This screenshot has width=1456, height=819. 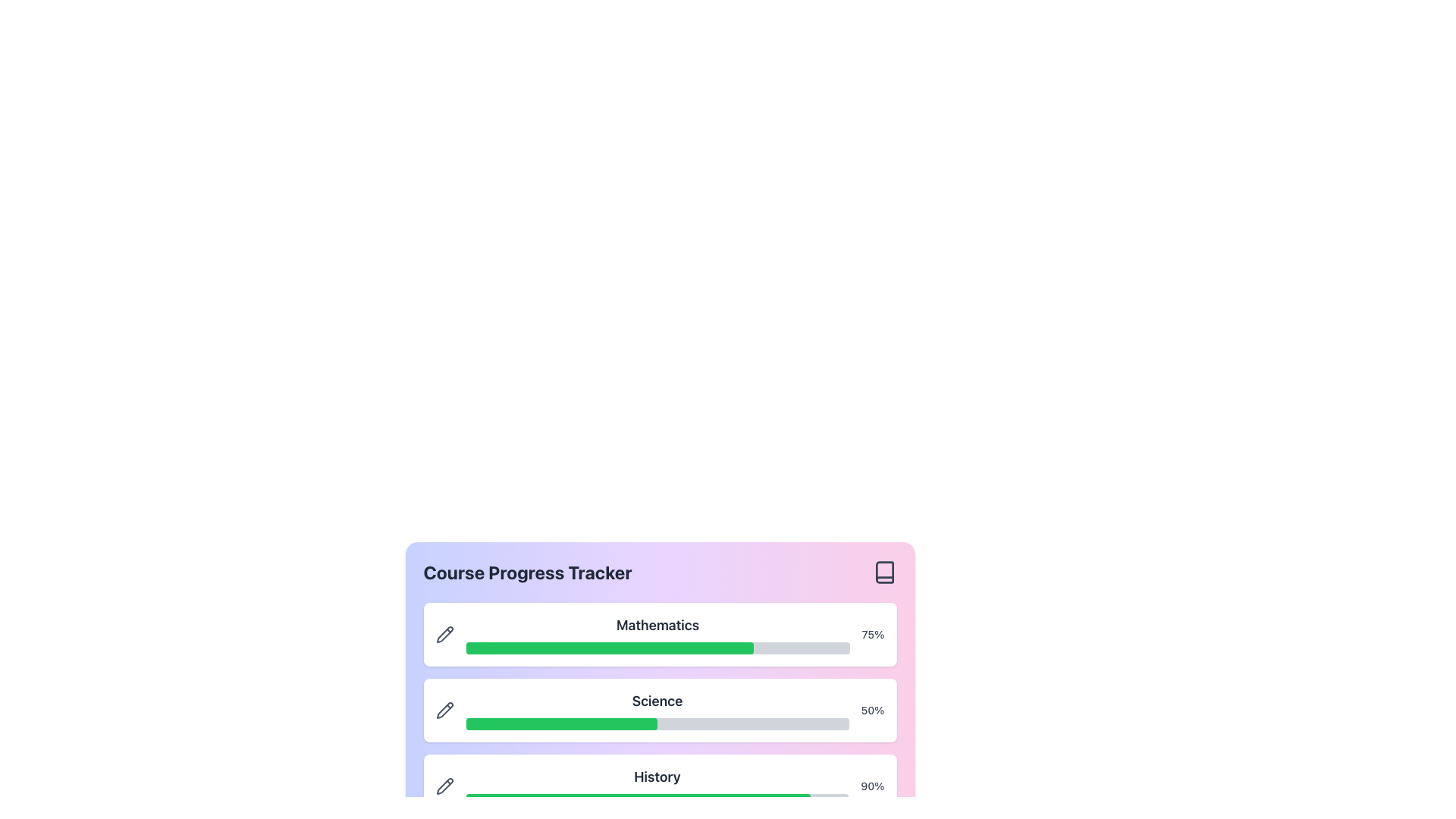 I want to click on completion level of the green progress bar located in the 'History' section of the progress tracker widget, which is styled with rounded edges and displays a percentage indicator on the right, so click(x=638, y=799).